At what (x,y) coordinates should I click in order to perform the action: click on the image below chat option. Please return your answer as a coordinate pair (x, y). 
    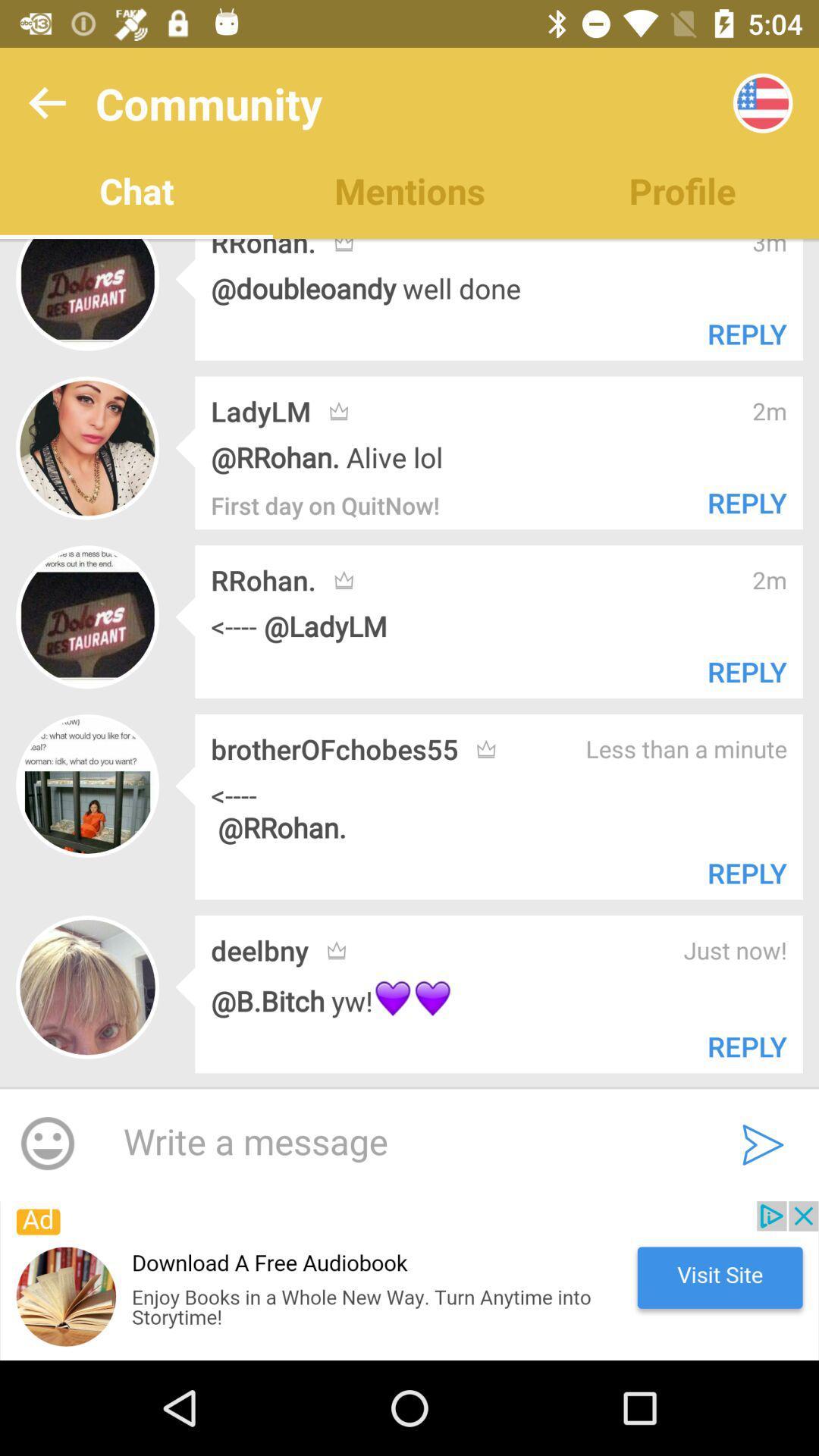
    Looking at the image, I should click on (87, 294).